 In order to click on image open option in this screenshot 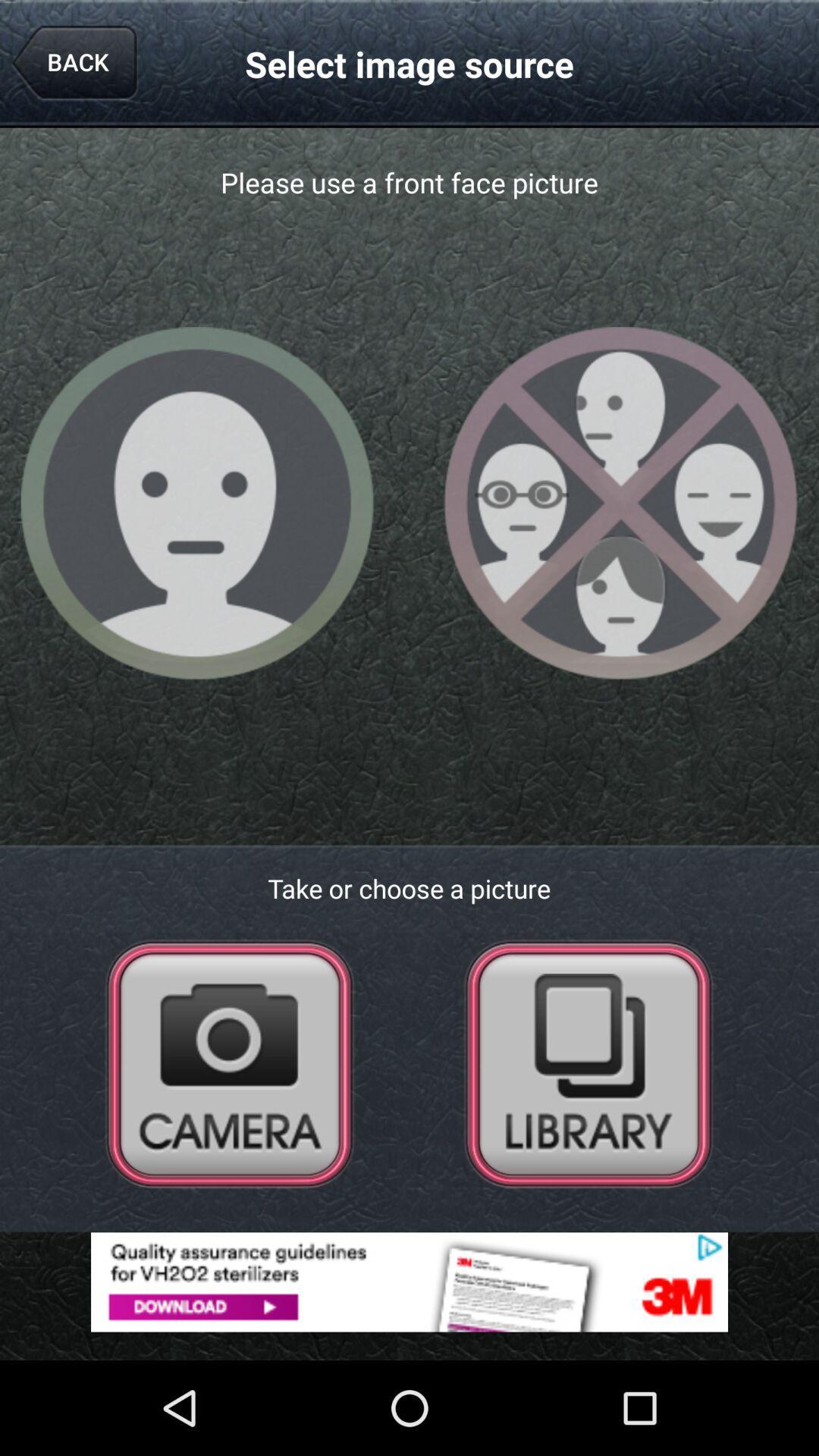, I will do `click(588, 1062)`.